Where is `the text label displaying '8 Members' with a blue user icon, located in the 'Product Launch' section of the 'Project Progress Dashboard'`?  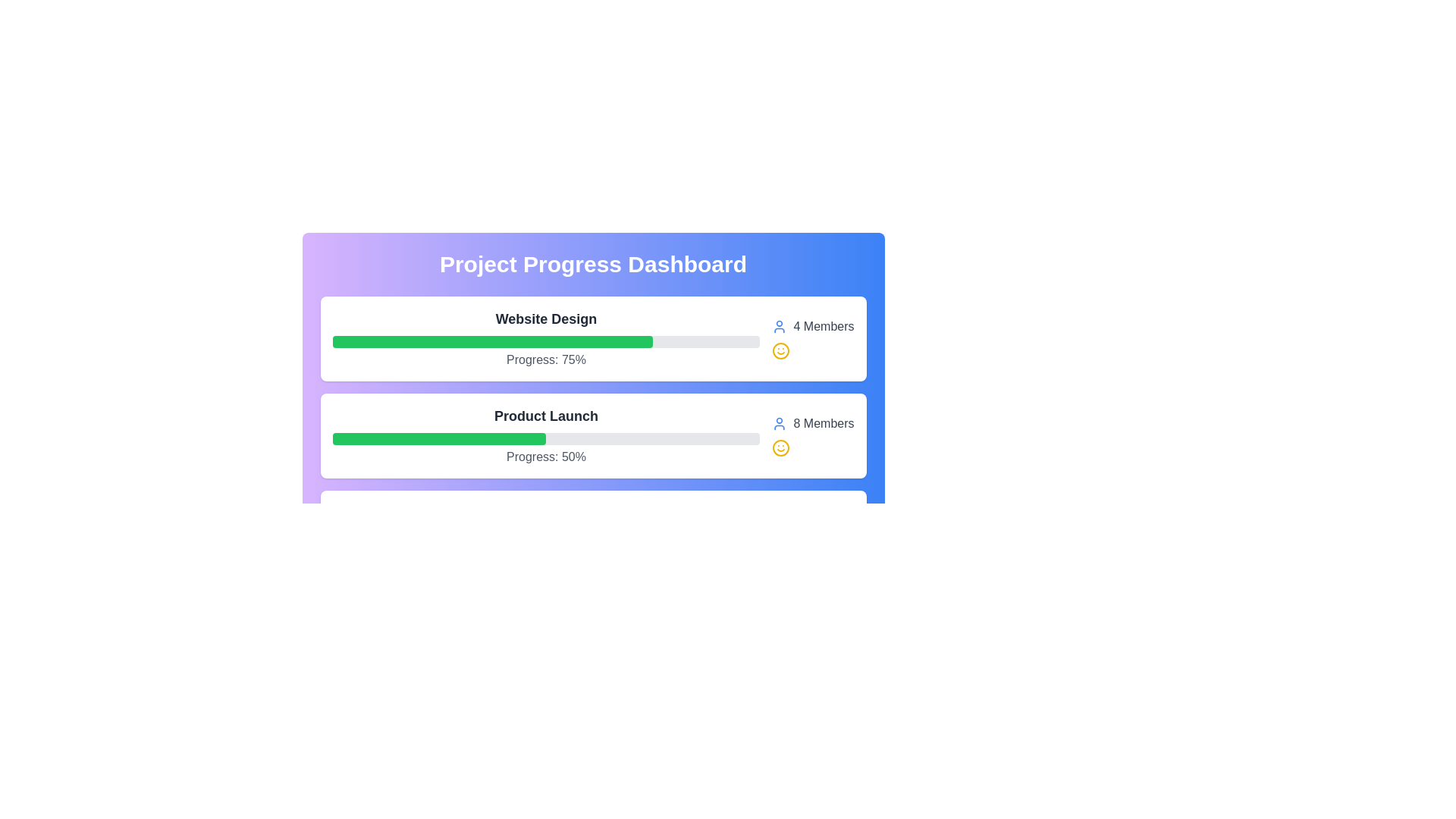
the text label displaying '8 Members' with a blue user icon, located in the 'Product Launch' section of the 'Project Progress Dashboard' is located at coordinates (812, 424).